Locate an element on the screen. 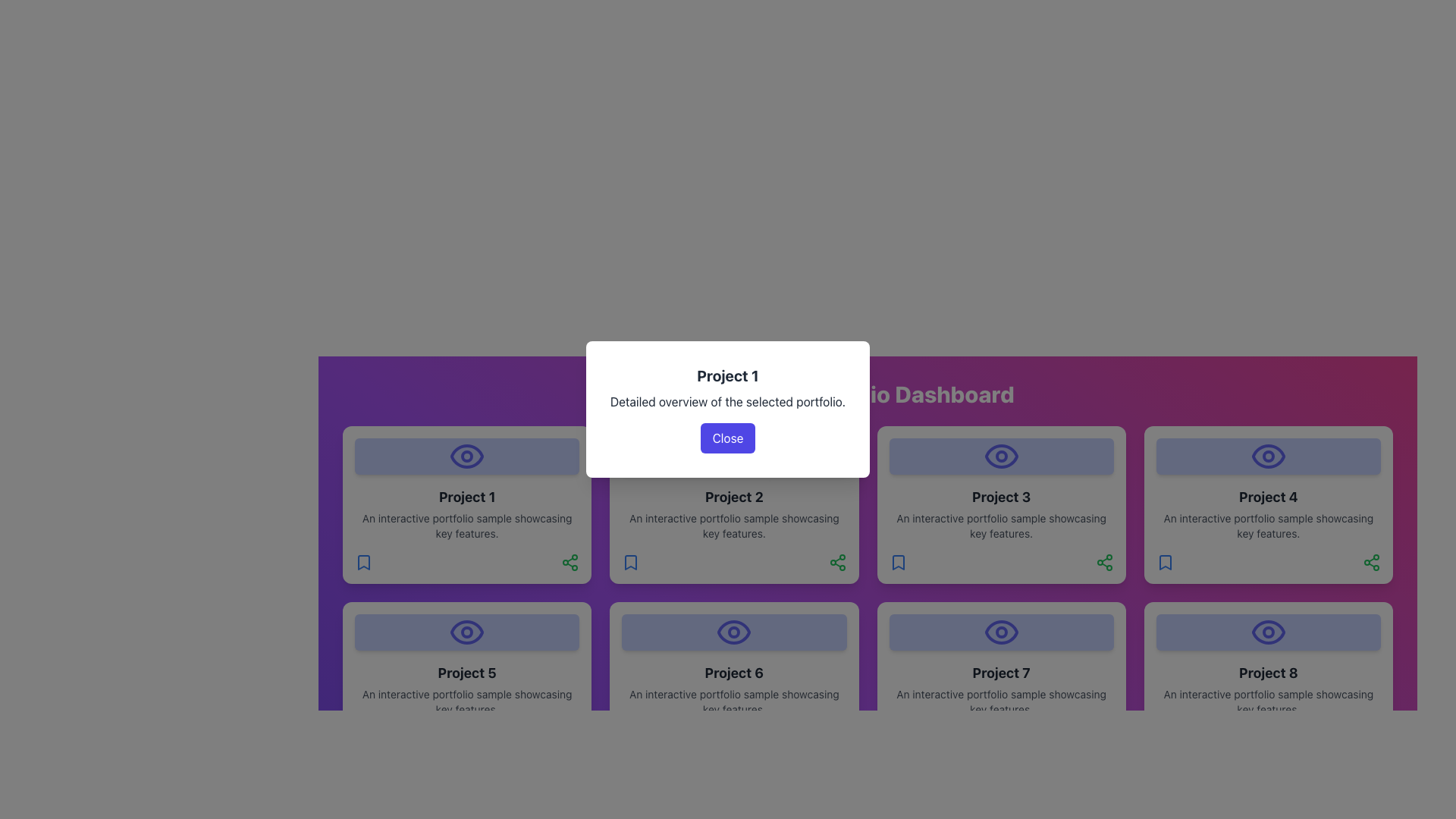  the circular graphic icon located at the center of the eye graphic in the 'Project 7' card, which is in the second row and third column of the grid layout is located at coordinates (1001, 632).